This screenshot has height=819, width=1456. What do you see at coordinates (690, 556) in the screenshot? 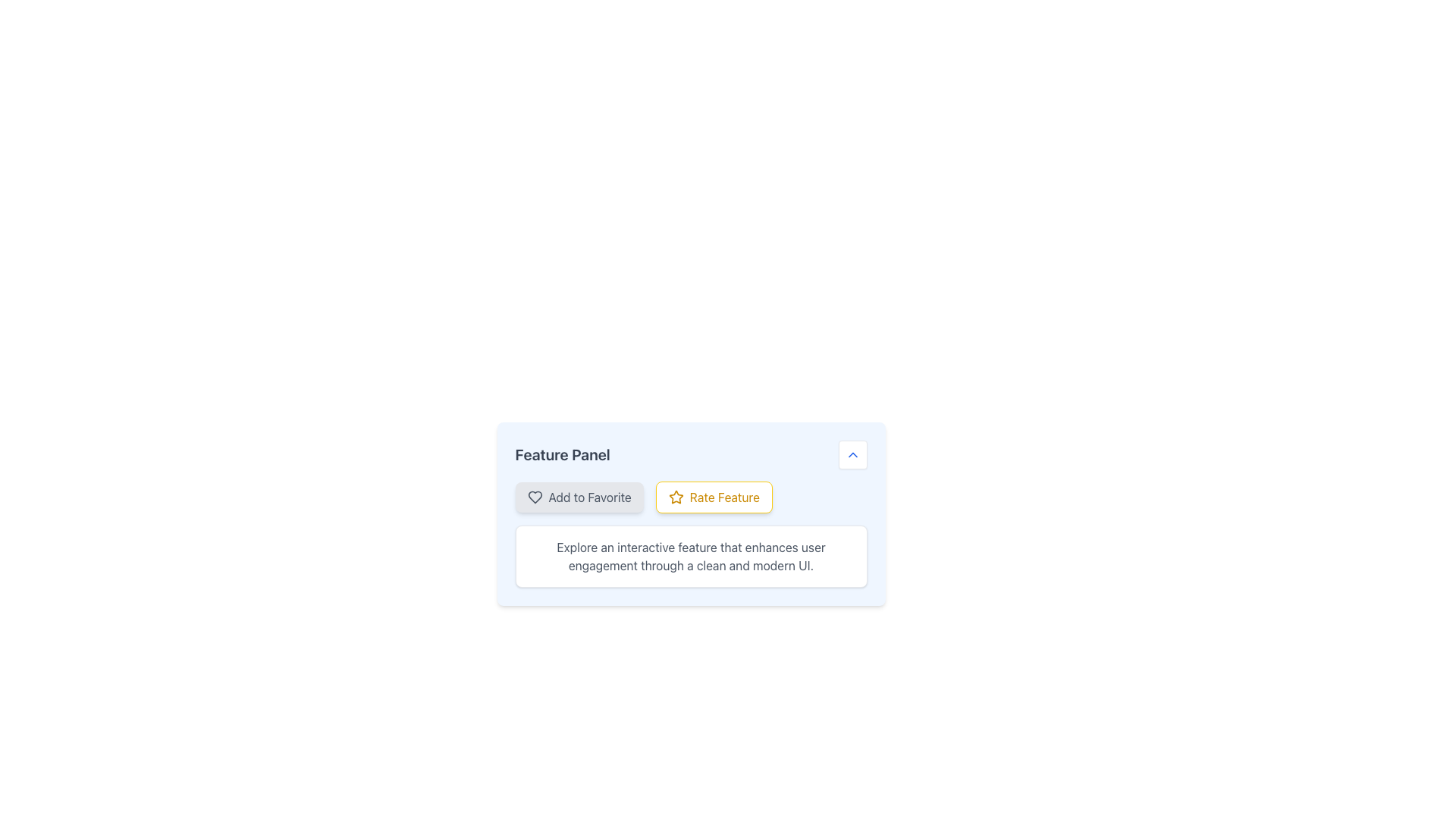
I see `the static text element that provides descriptive explanations for the features or benefits associated with the 'Feature Panel', positioned beneath the 'Add to Favorite' and 'Rate Feature' buttons` at bounding box center [690, 556].